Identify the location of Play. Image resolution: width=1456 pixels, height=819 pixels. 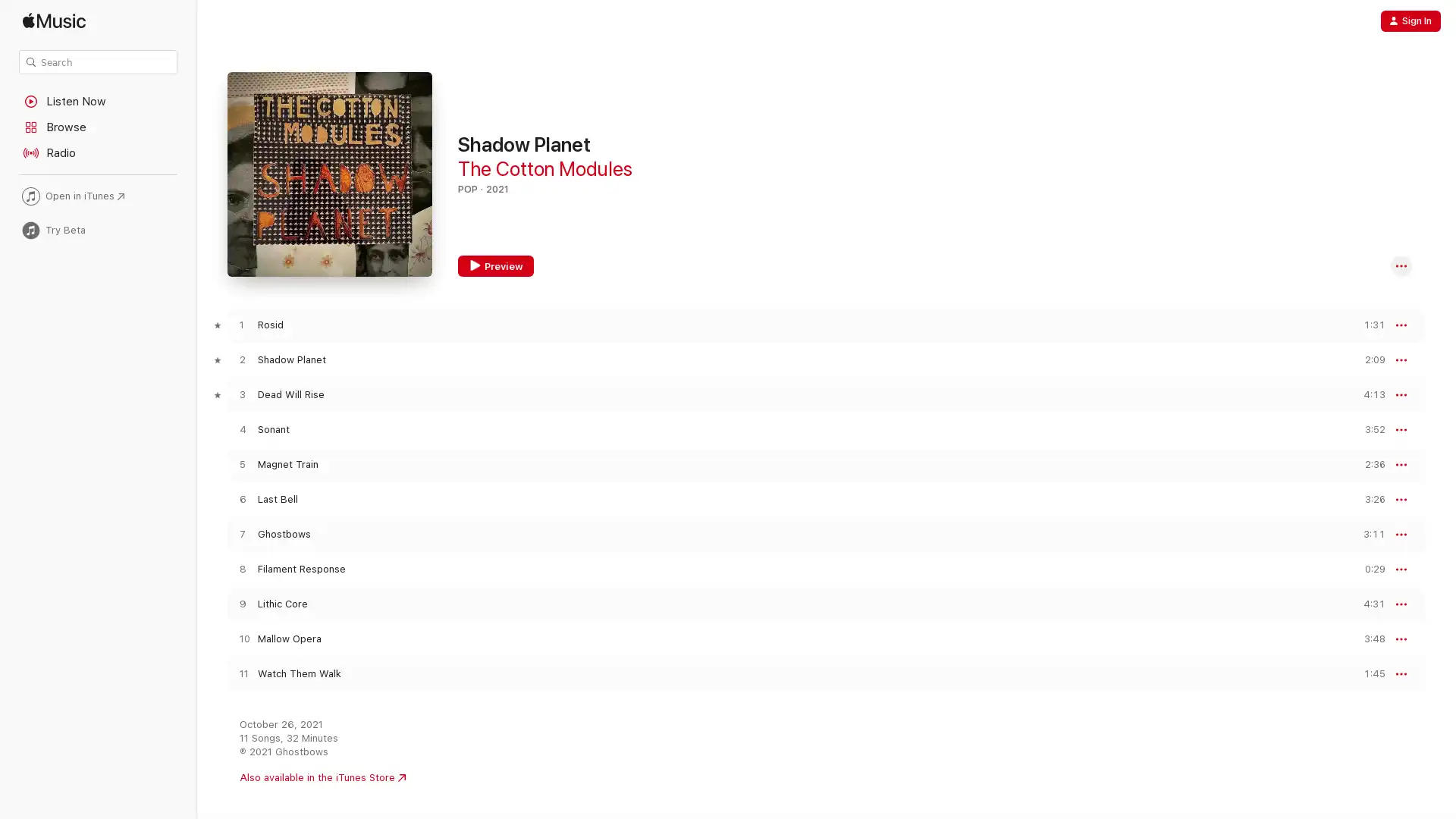
(241, 463).